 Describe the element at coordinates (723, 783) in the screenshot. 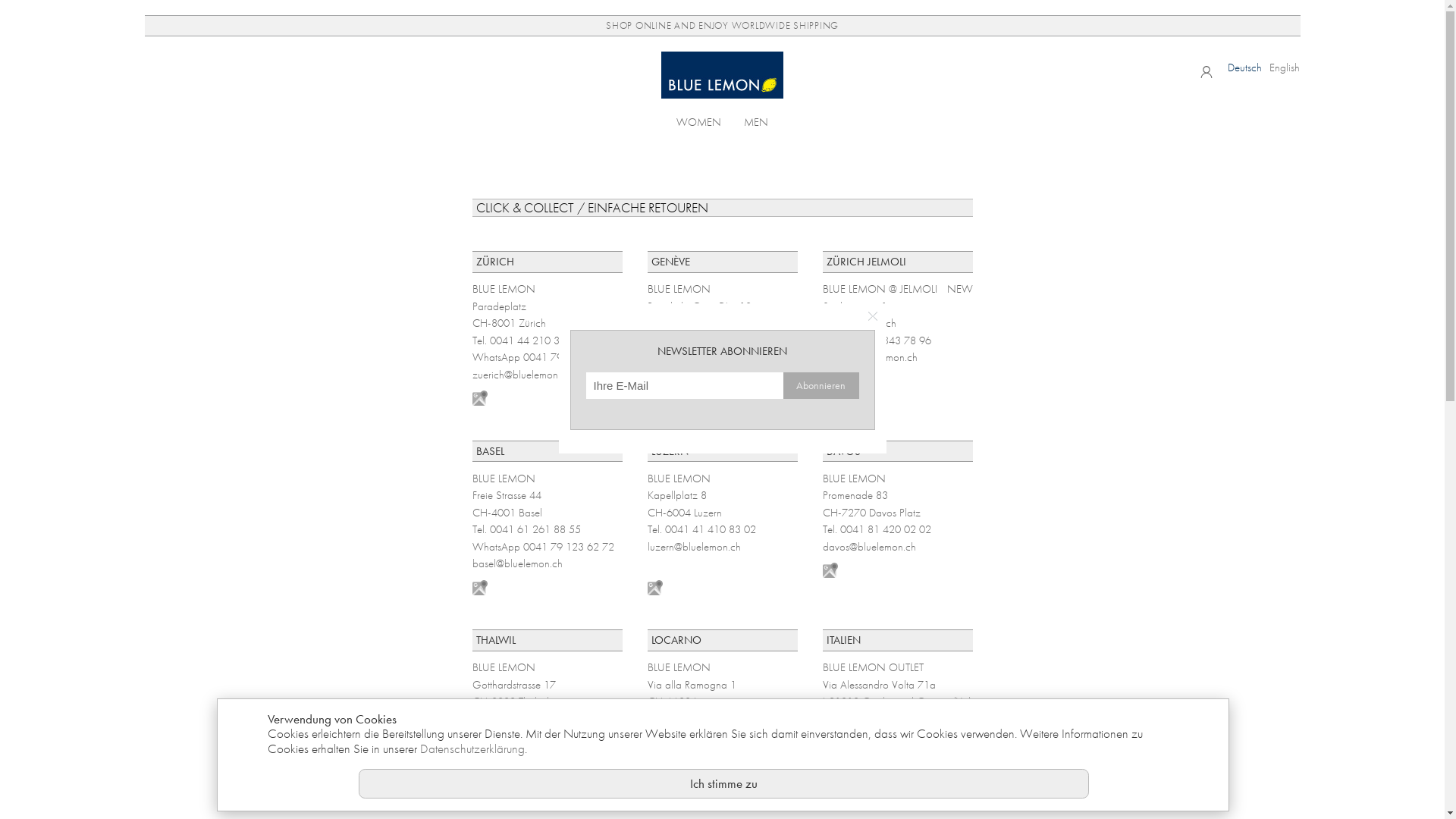

I see `'Ich stimme zu'` at that location.